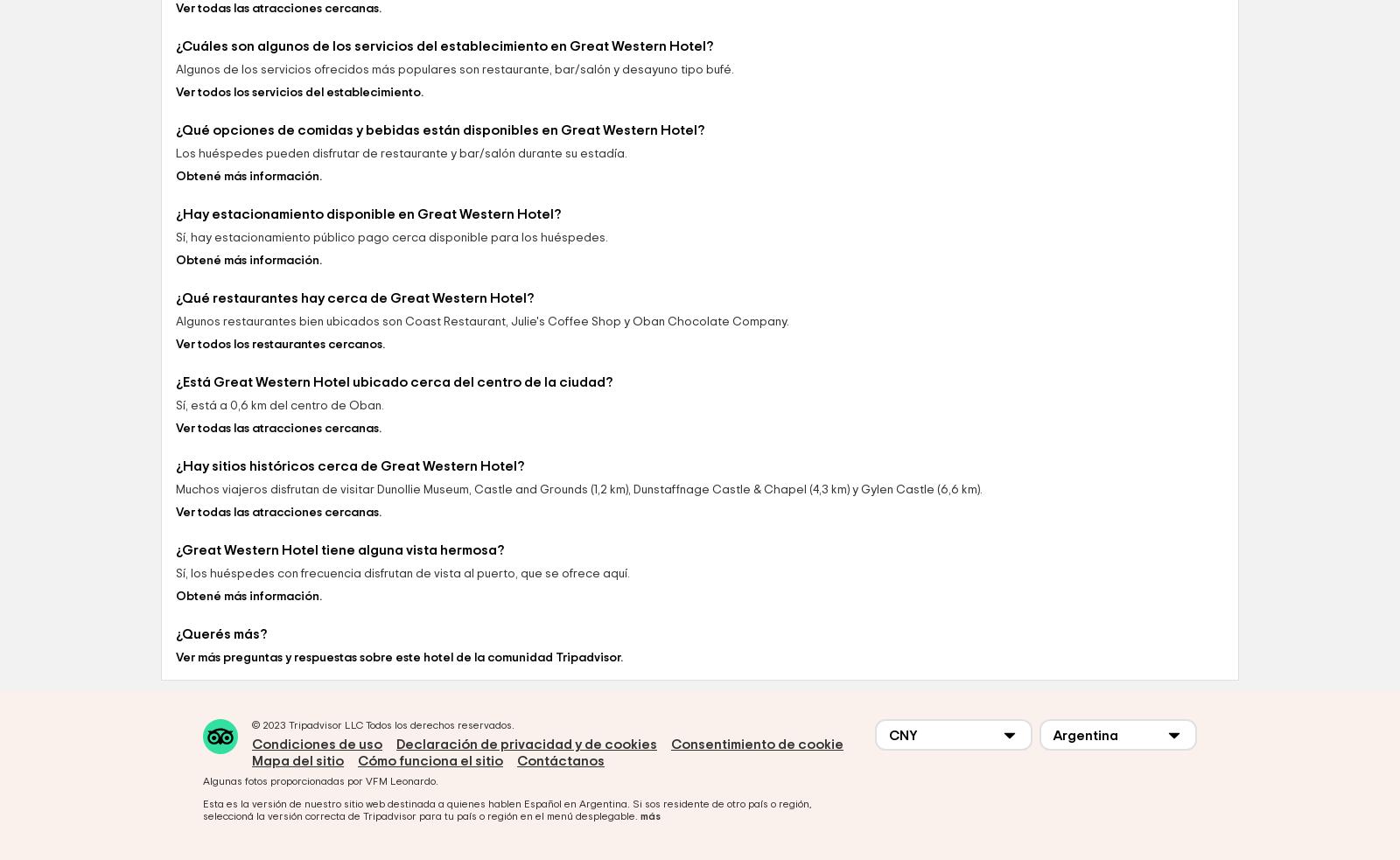 This screenshot has width=1400, height=860. Describe the element at coordinates (353, 418) in the screenshot. I see `'¿Qué restaurantes hay cerca de Great Western Hotel?'` at that location.